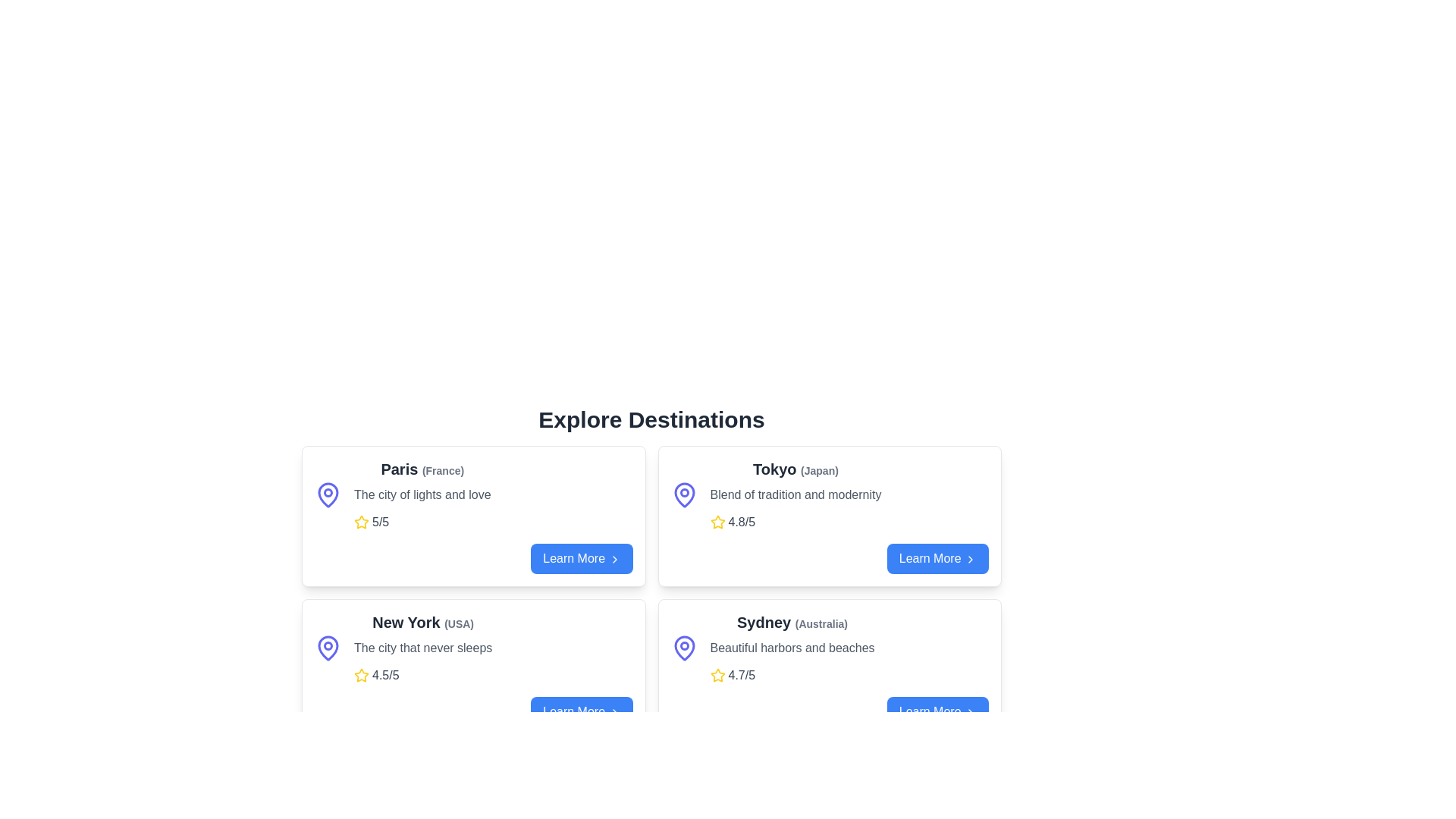  Describe the element at coordinates (327, 494) in the screenshot. I see `the map pin icon located at the top-left corner of the card representing 'Paris', which is positioned to the left of the text 'Paris (France)'` at that location.